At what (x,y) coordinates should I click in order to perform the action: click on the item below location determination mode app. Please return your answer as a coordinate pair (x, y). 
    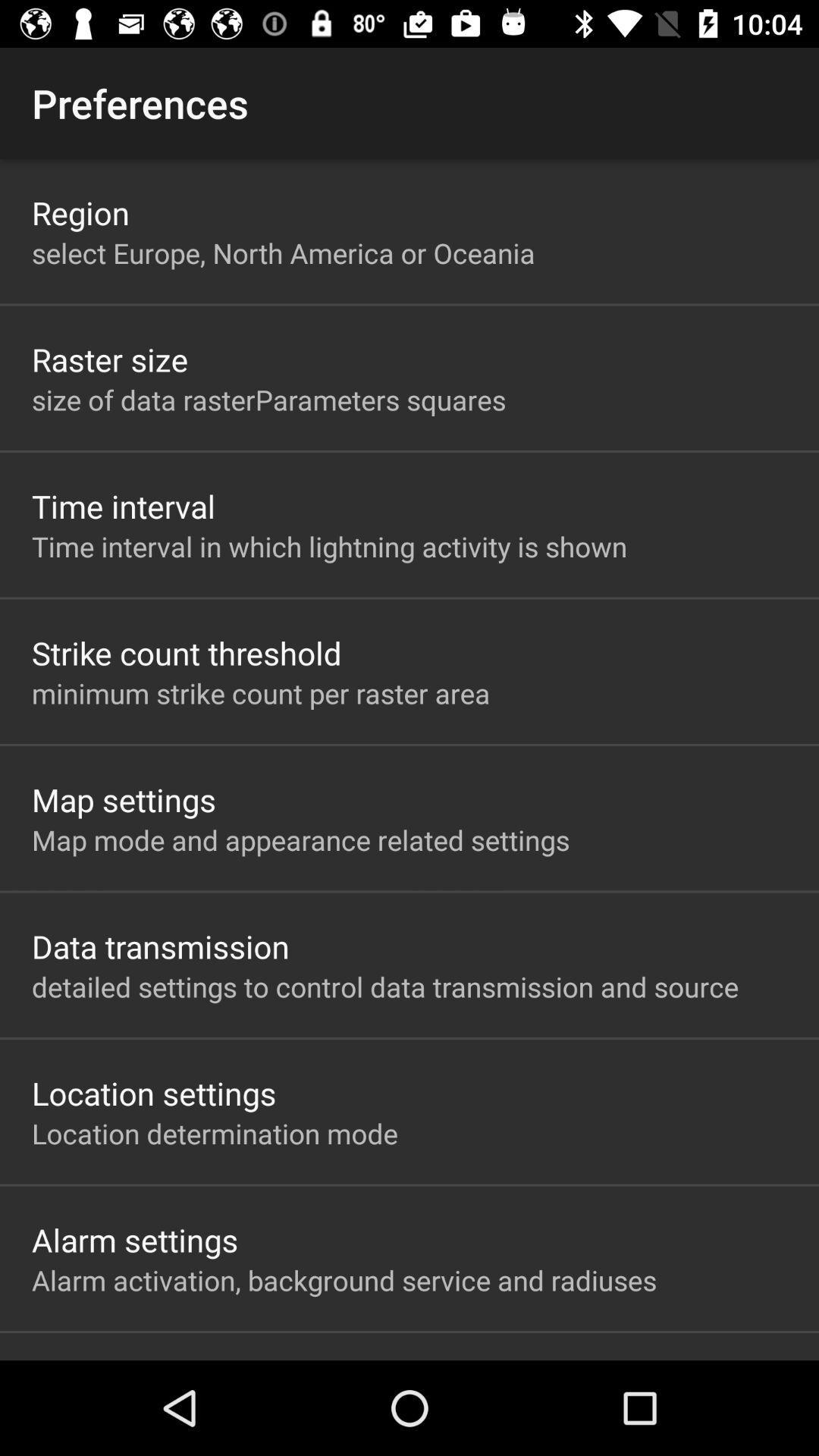
    Looking at the image, I should click on (134, 1240).